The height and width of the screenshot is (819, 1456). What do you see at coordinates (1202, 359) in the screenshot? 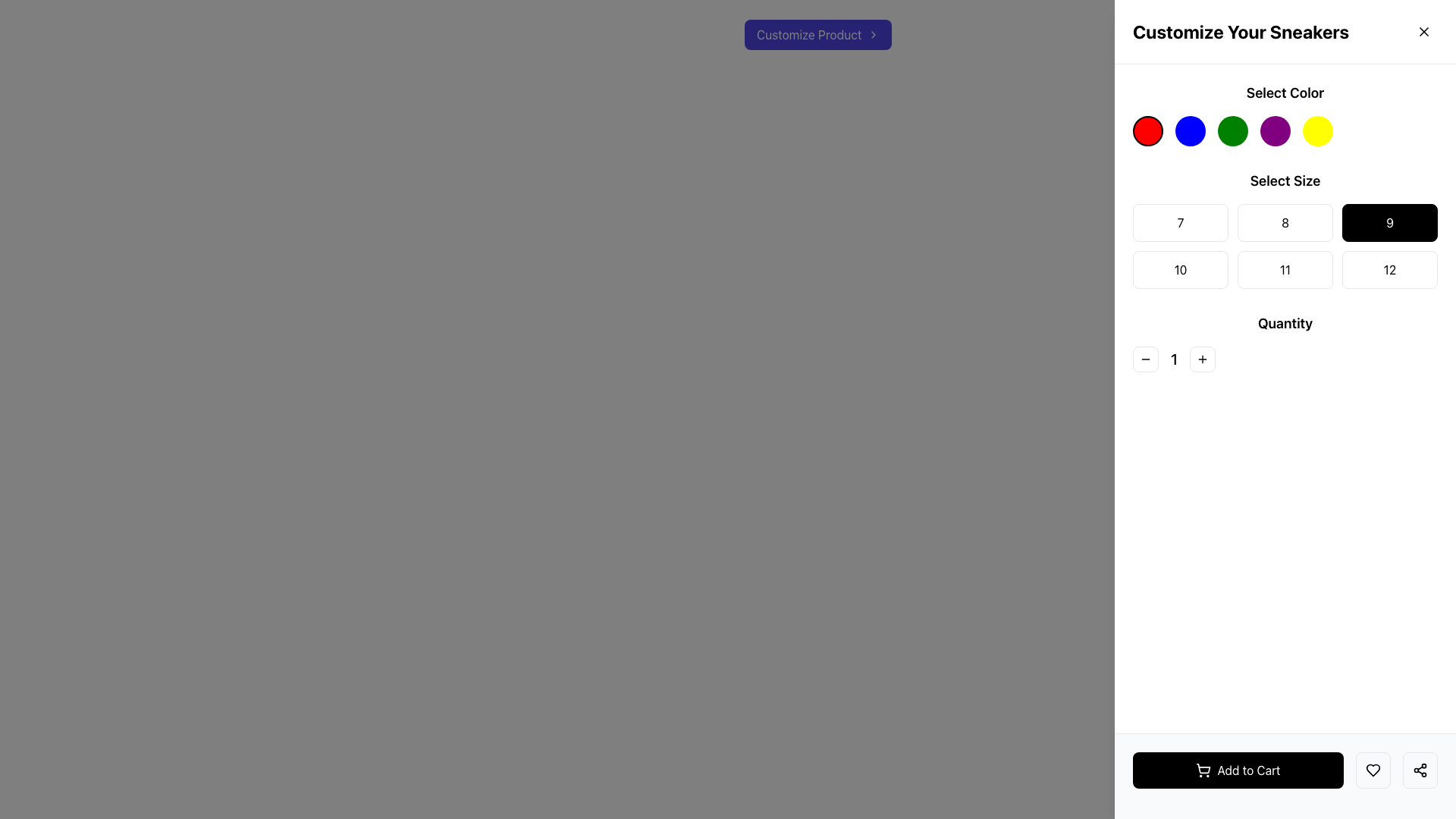
I see `the Increment Button, which is a small square button with a '+' icon, located in the 'Quantity' group towards the bottom-right of the interface` at bounding box center [1202, 359].